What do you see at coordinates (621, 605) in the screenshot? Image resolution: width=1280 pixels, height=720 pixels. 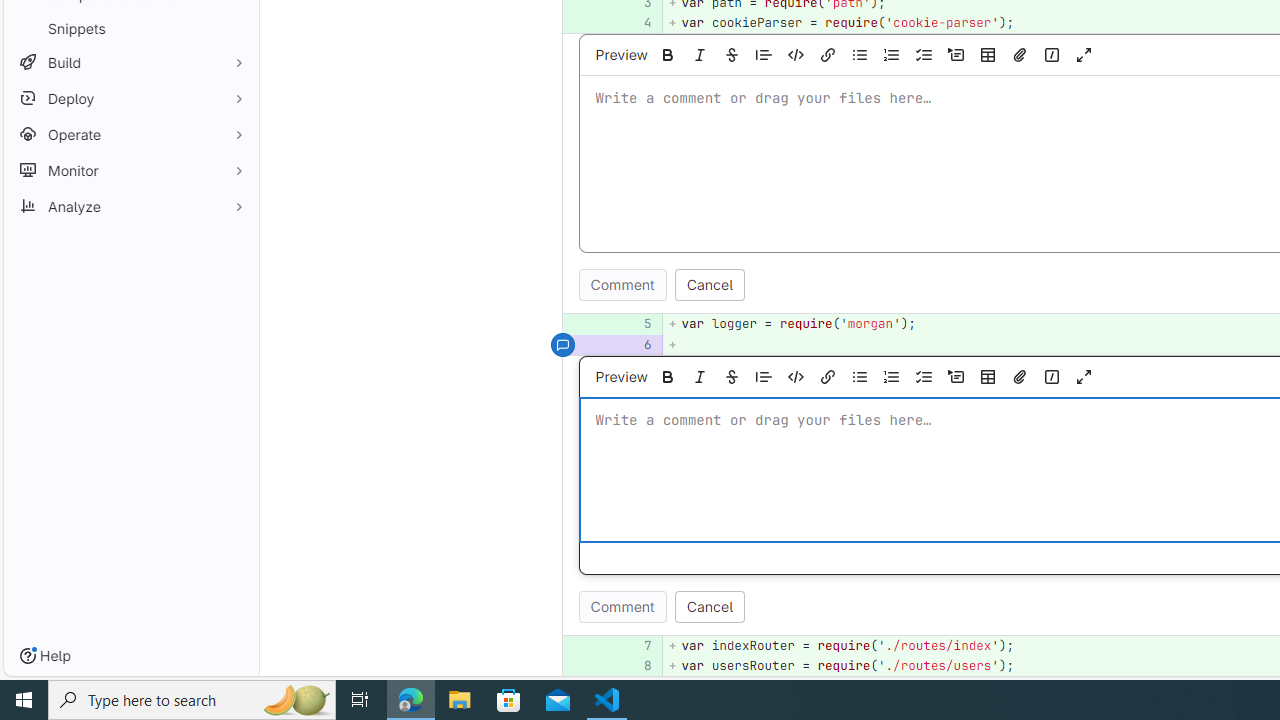 I see `'Comment'` at bounding box center [621, 605].